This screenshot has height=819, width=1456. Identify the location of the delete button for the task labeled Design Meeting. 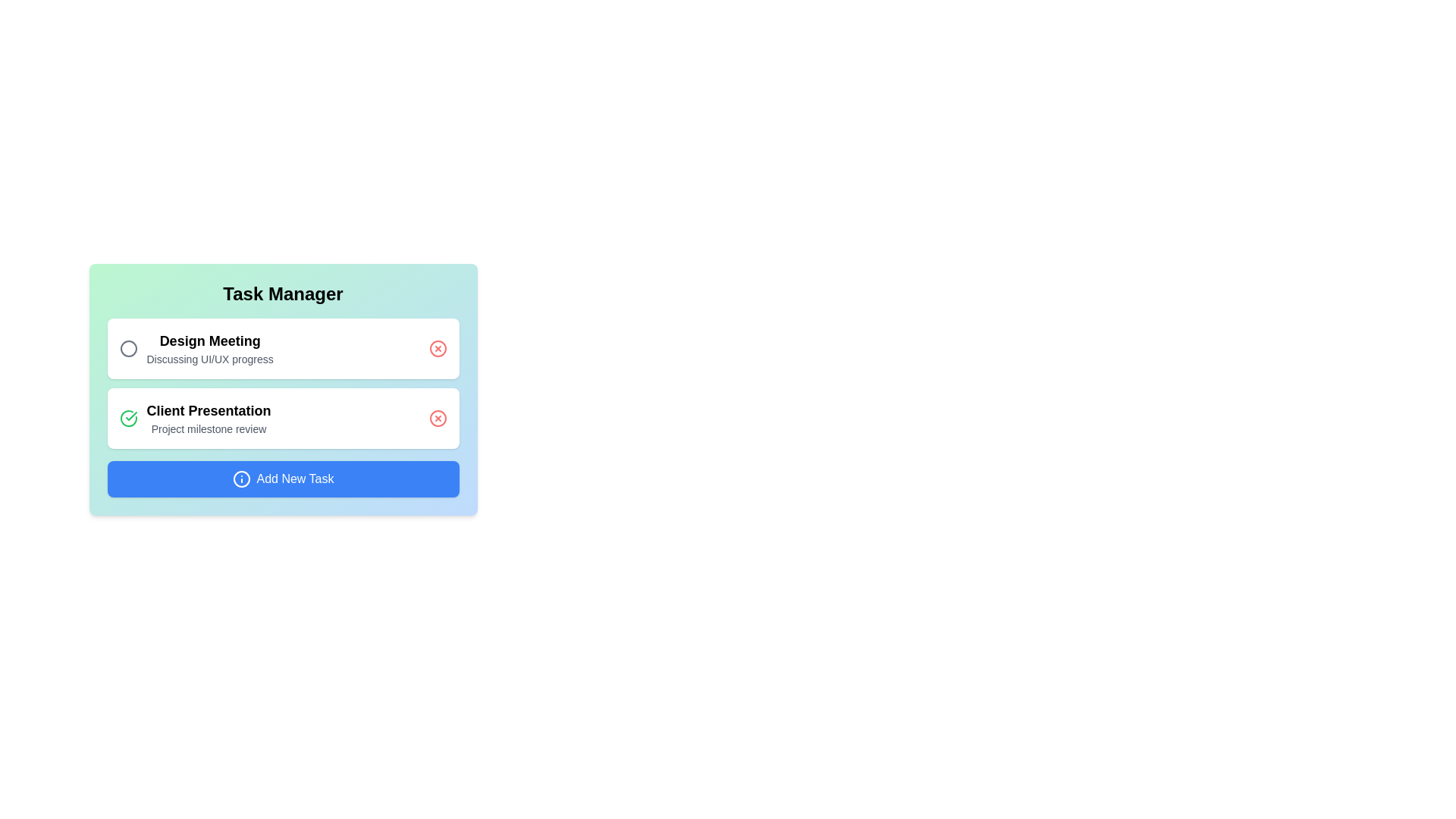
(437, 348).